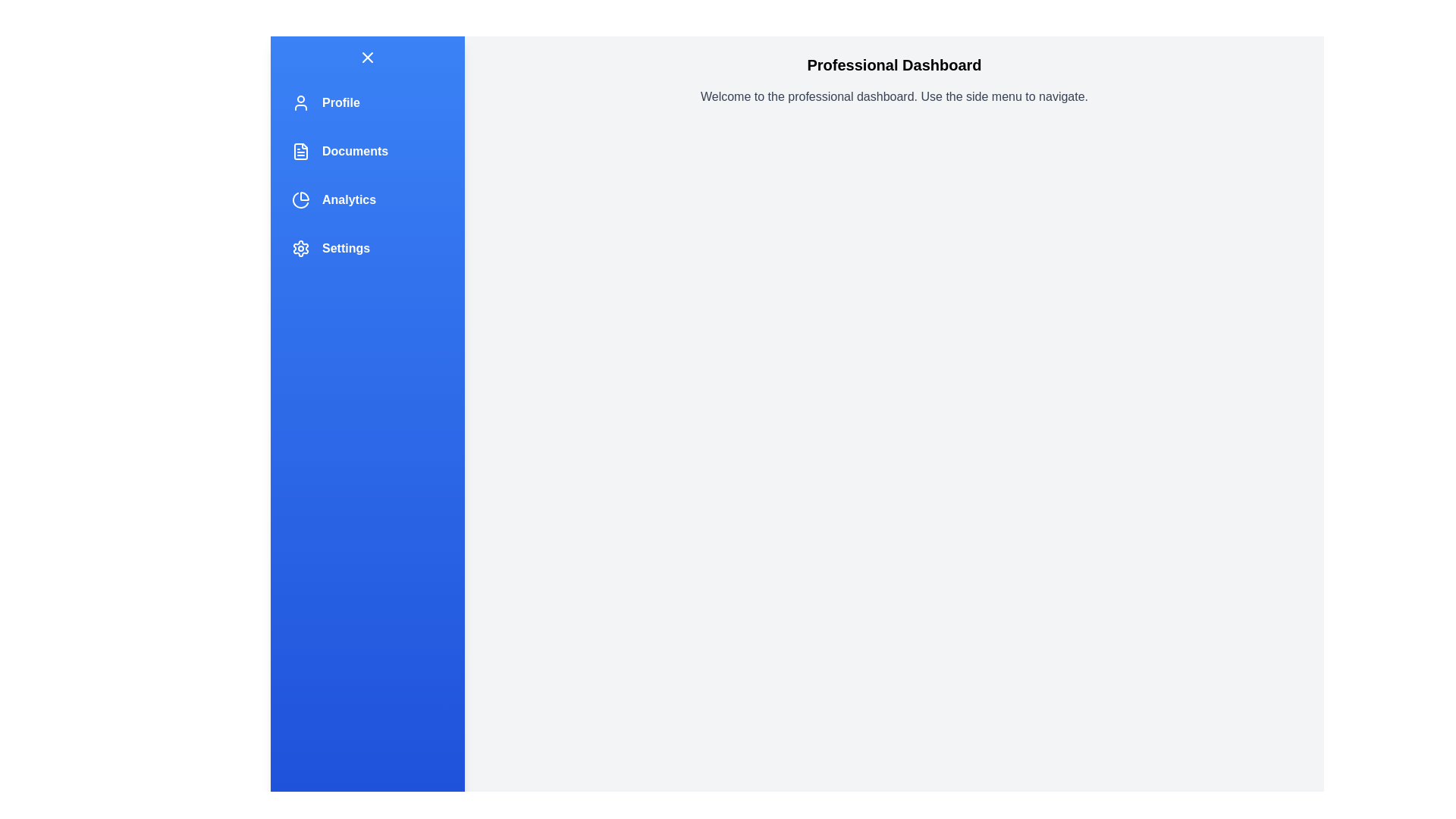  What do you see at coordinates (367, 199) in the screenshot?
I see `the menu option Analytics to navigate to the corresponding section` at bounding box center [367, 199].